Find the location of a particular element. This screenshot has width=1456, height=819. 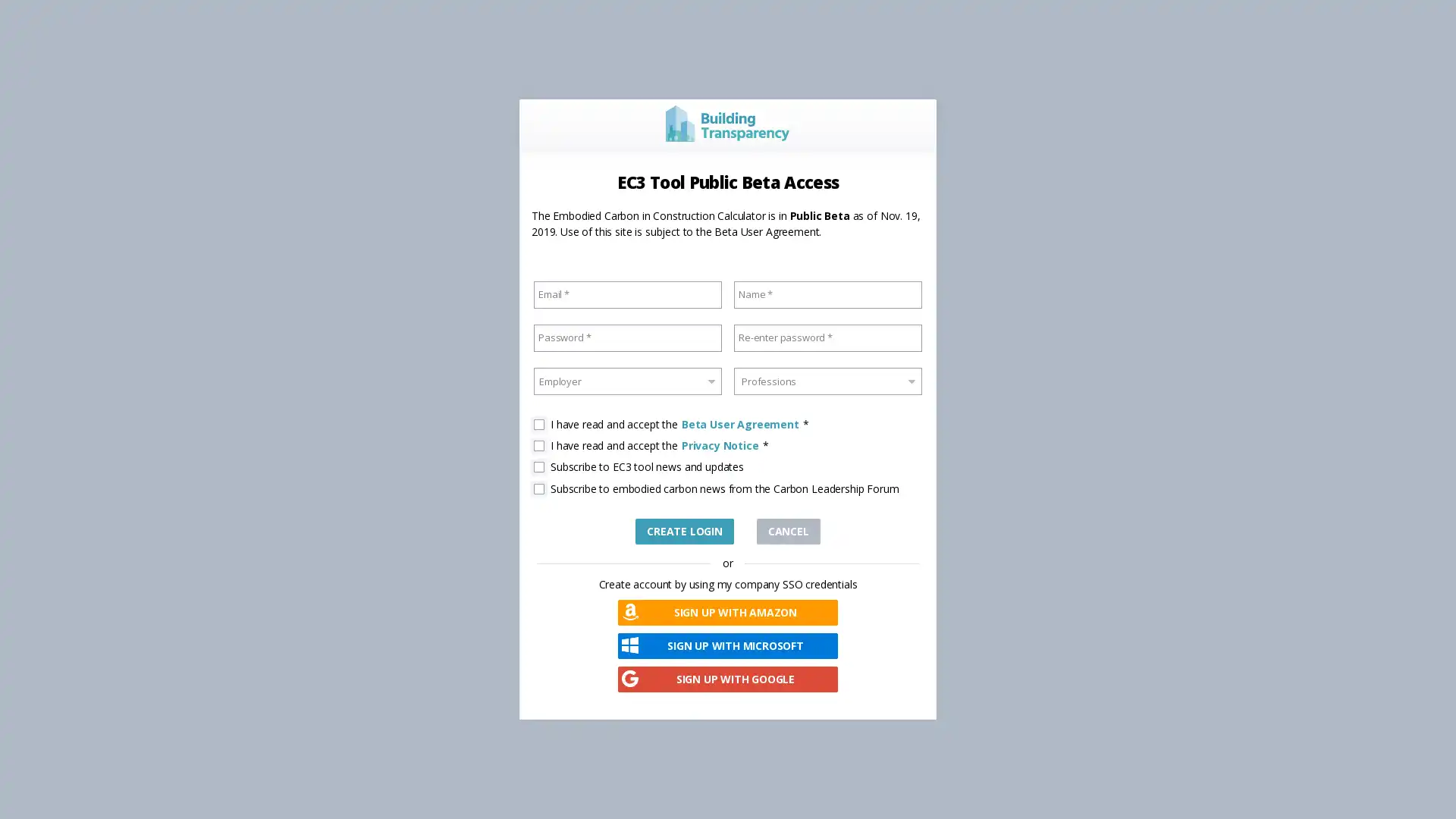

CREATE LOGIN is located at coordinates (683, 529).